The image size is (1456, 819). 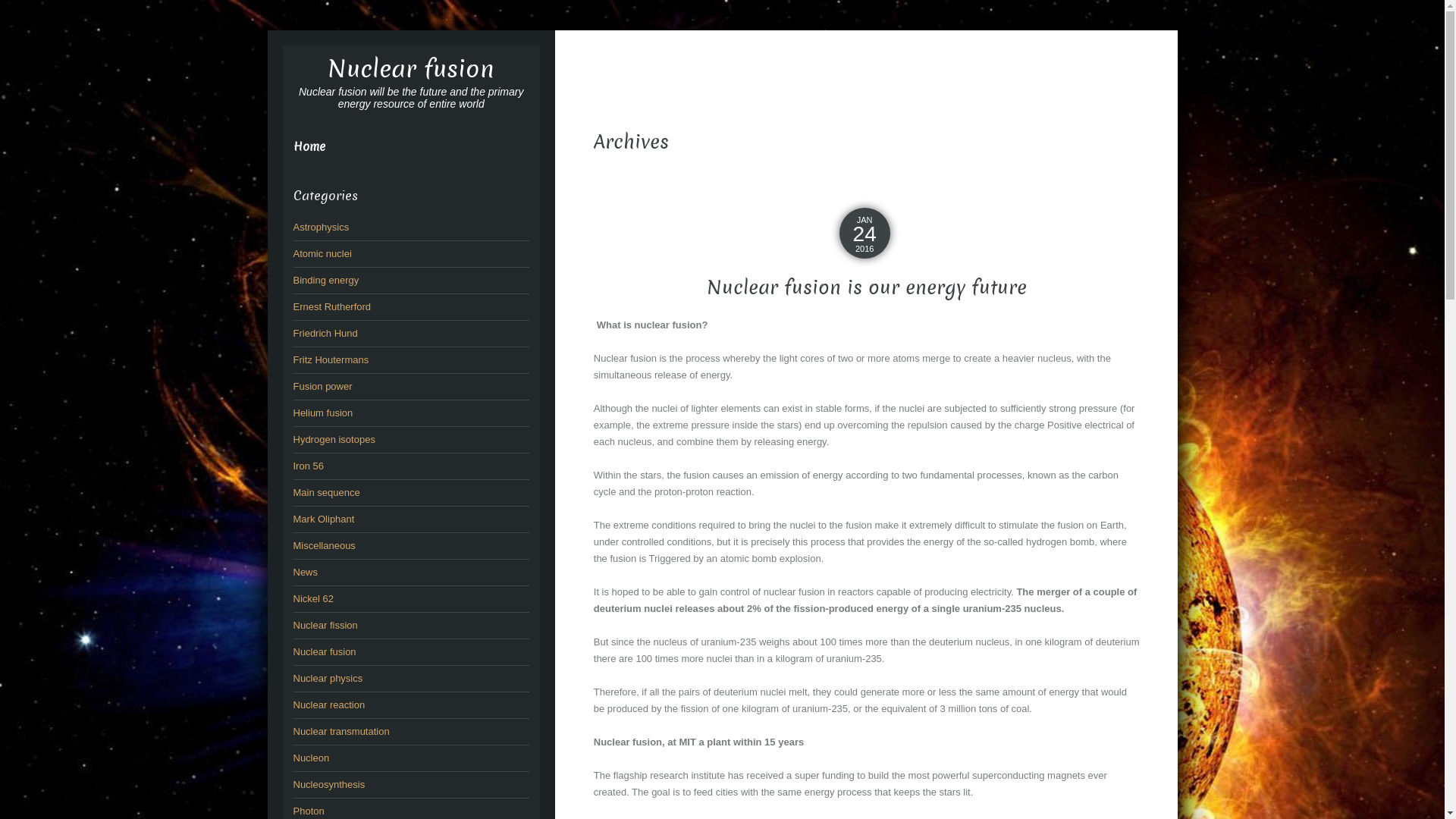 What do you see at coordinates (322, 385) in the screenshot?
I see `'Fusion power'` at bounding box center [322, 385].